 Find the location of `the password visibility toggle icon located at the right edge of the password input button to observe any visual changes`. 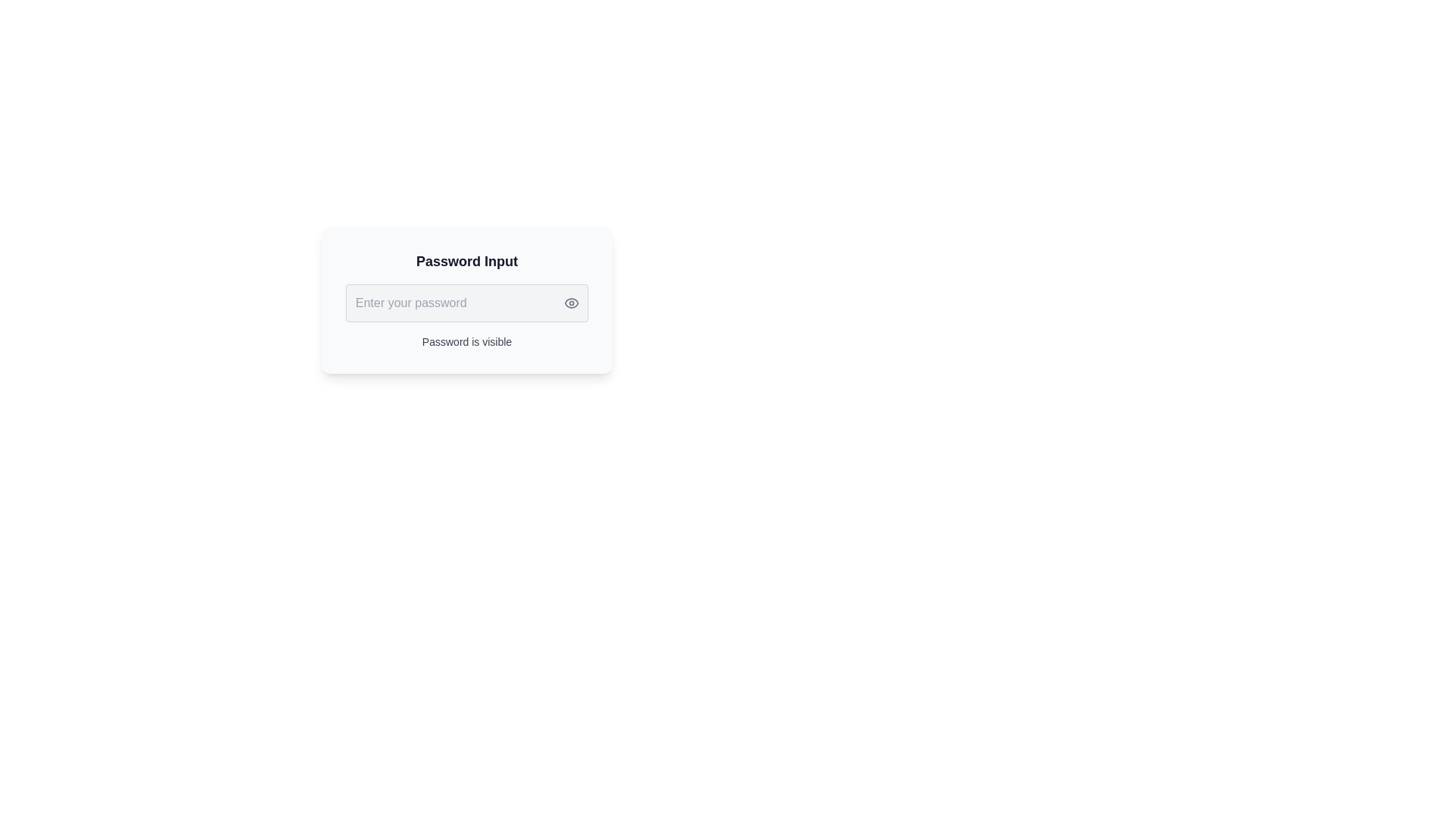

the password visibility toggle icon located at the right edge of the password input button to observe any visual changes is located at coordinates (570, 303).